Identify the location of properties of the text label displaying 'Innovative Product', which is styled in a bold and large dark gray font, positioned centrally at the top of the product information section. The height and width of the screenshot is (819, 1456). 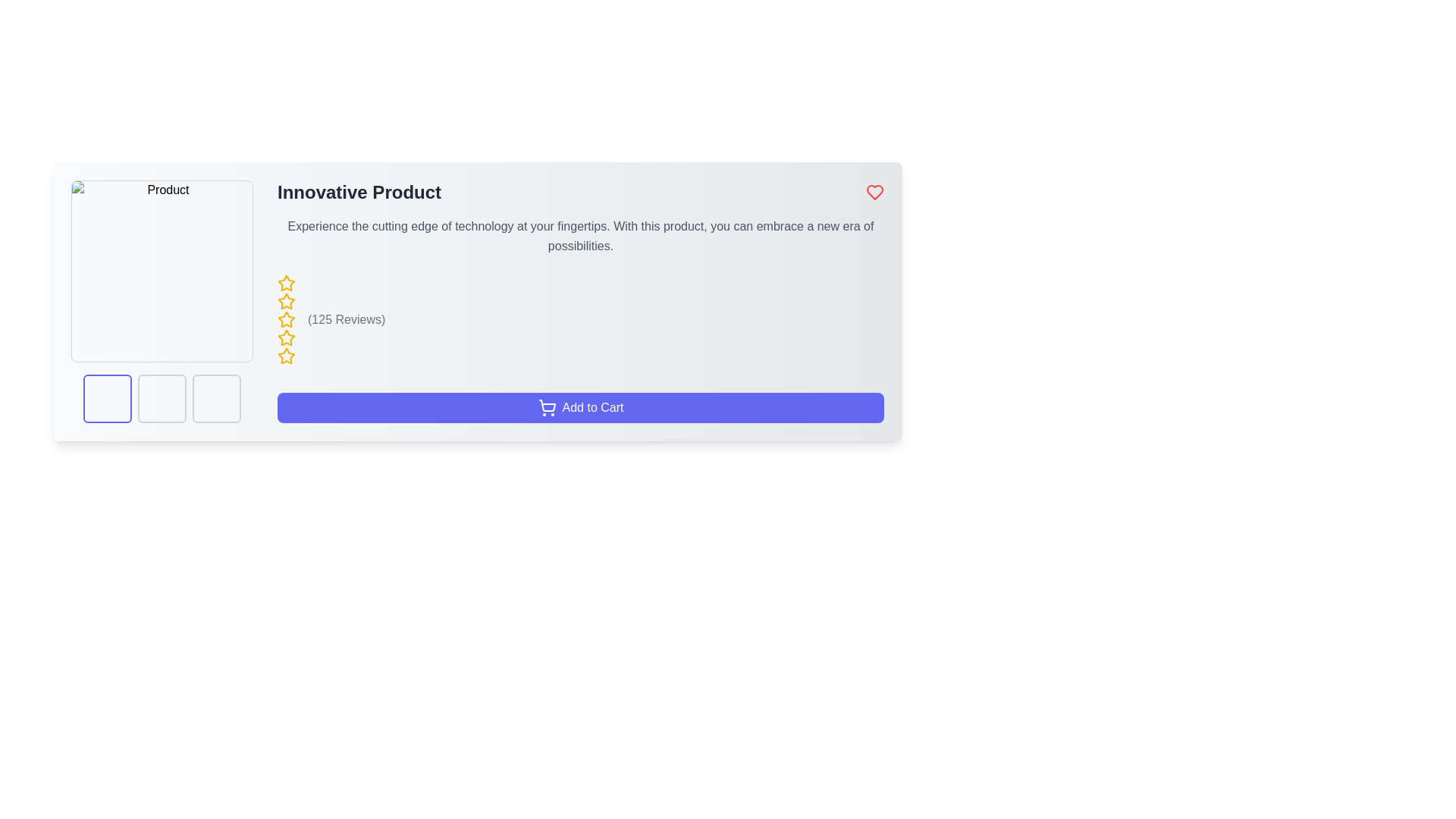
(359, 192).